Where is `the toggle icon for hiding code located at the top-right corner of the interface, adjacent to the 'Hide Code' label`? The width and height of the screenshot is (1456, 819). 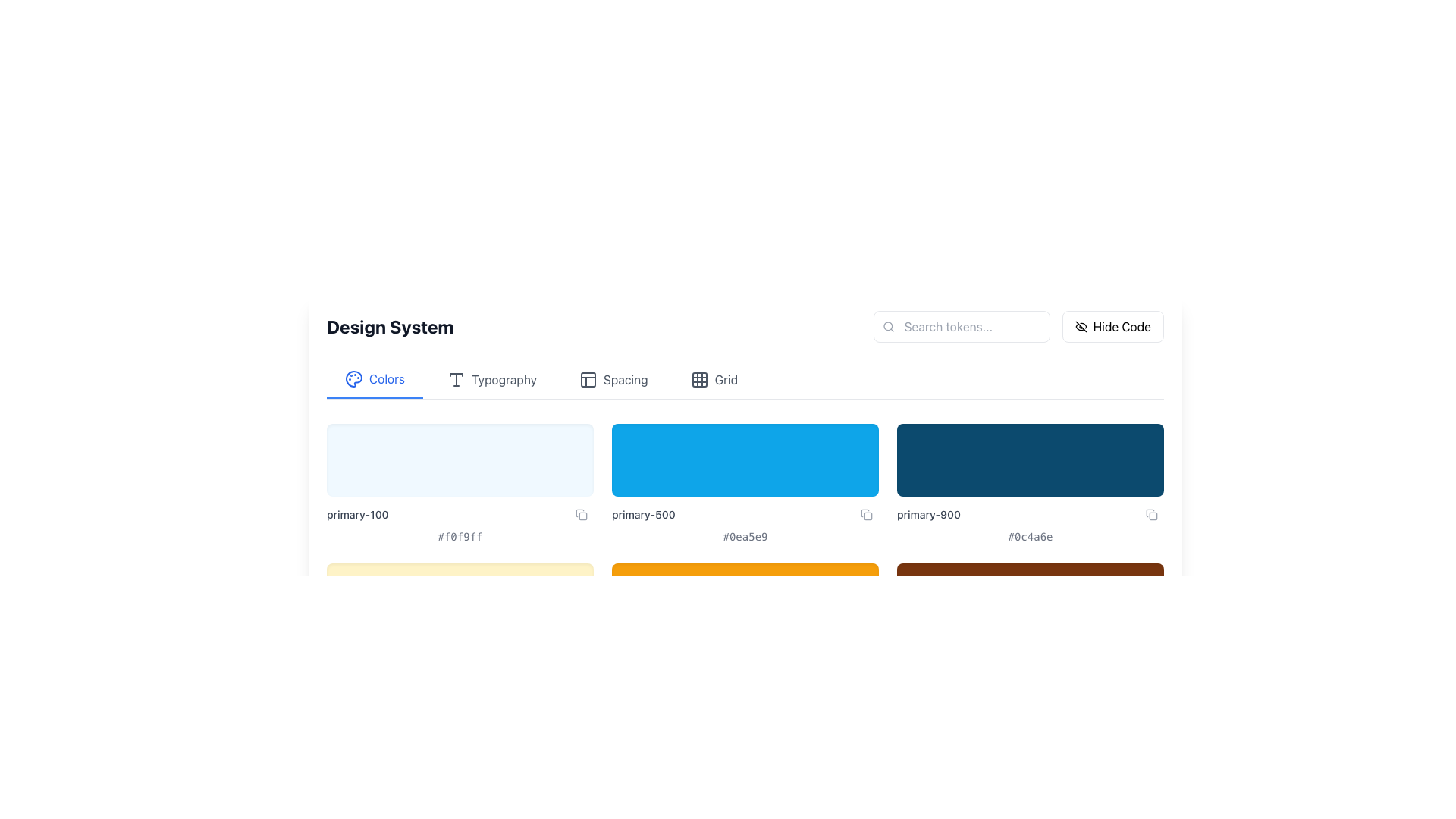 the toggle icon for hiding code located at the top-right corner of the interface, adjacent to the 'Hide Code' label is located at coordinates (1080, 326).